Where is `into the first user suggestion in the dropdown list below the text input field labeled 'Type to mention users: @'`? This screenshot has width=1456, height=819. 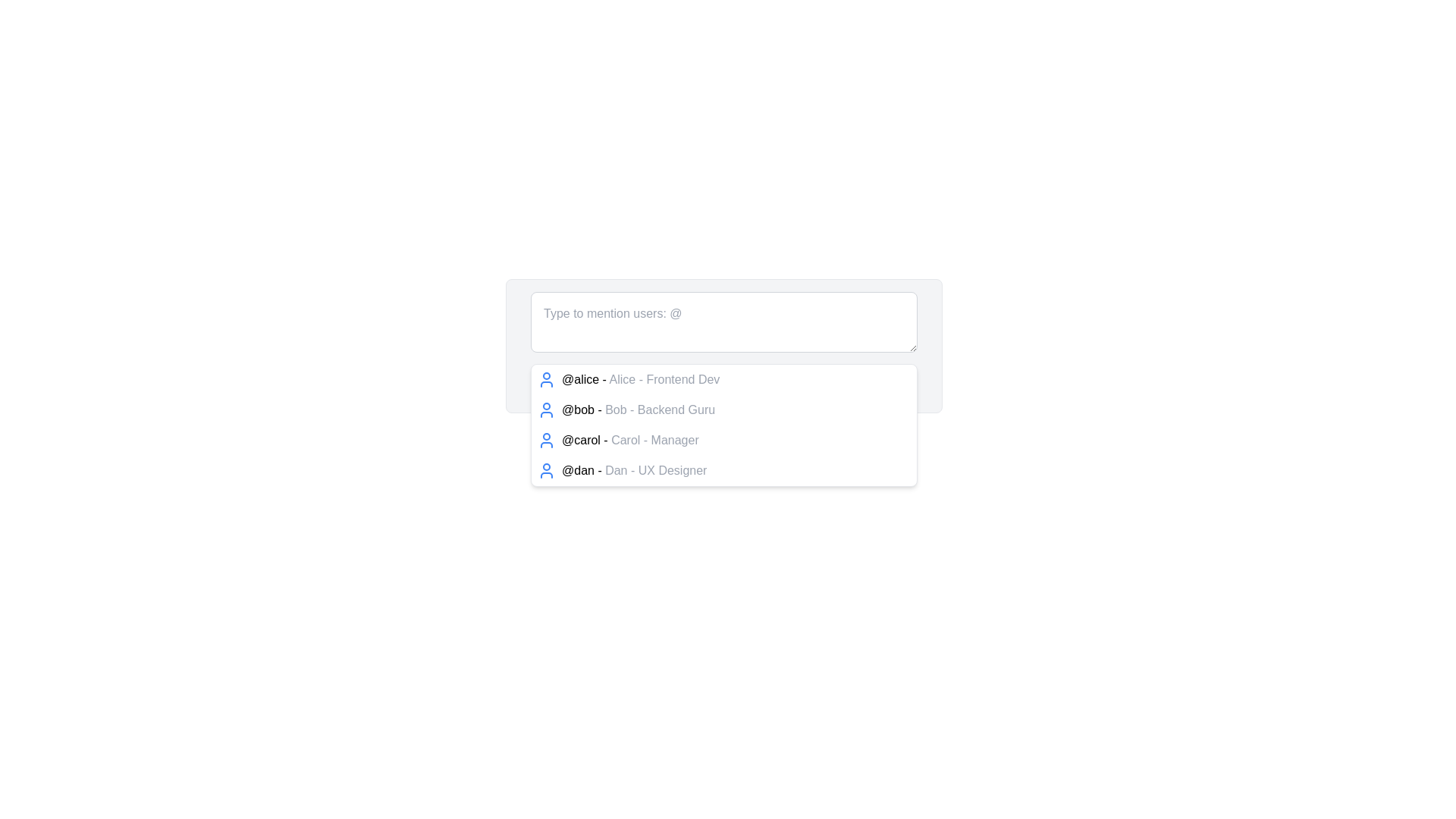
into the first user suggestion in the dropdown list below the text input field labeled 'Type to mention users: @' is located at coordinates (723, 379).